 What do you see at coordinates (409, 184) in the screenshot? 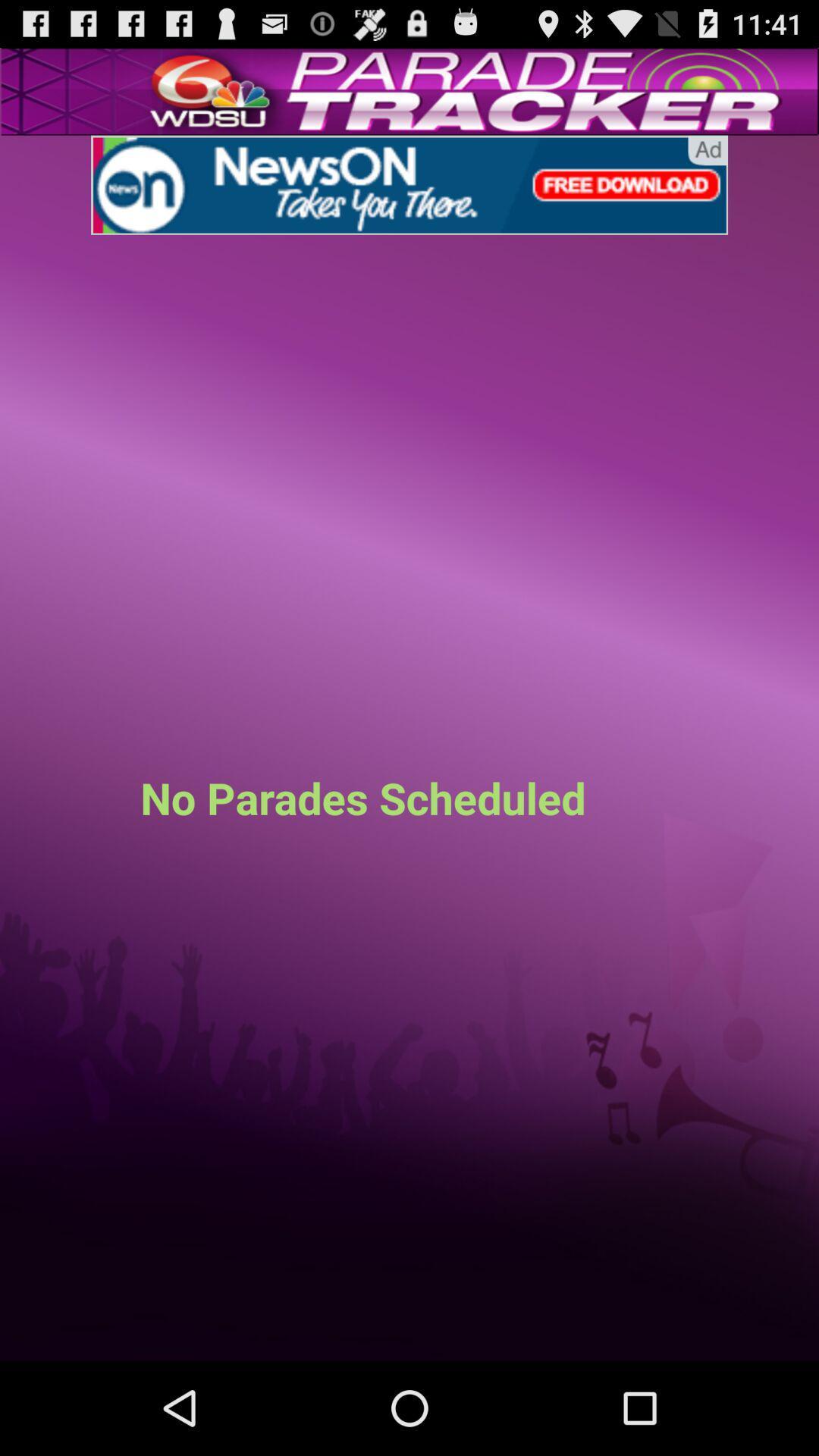
I see `page` at bounding box center [409, 184].